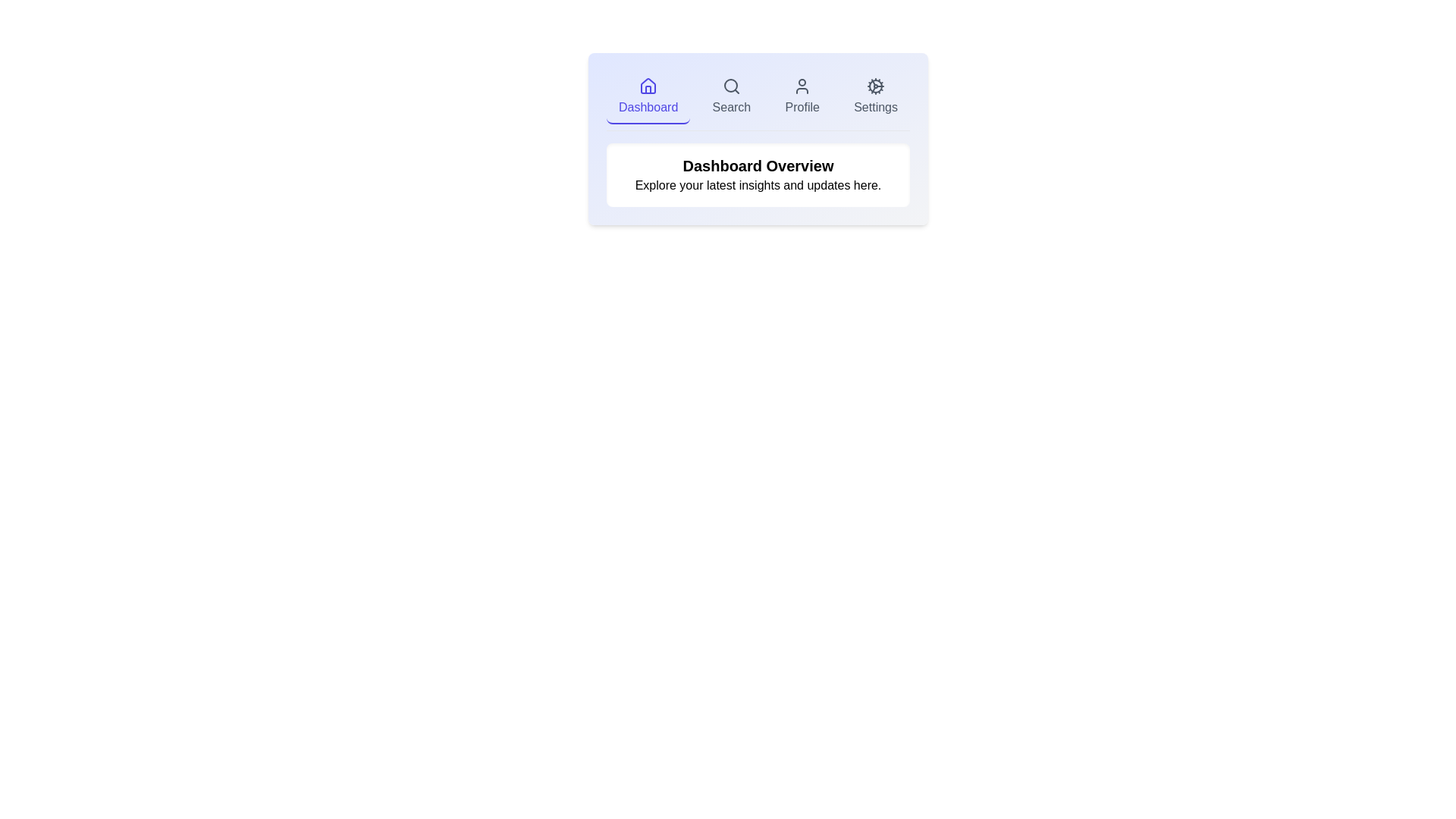 The height and width of the screenshot is (819, 1456). Describe the element at coordinates (758, 174) in the screenshot. I see `text contained in the Text block with a header titled 'Dashboard Overview' and the description 'Explore your latest insights and updates here.' positioned near the top-center of the interface` at that location.